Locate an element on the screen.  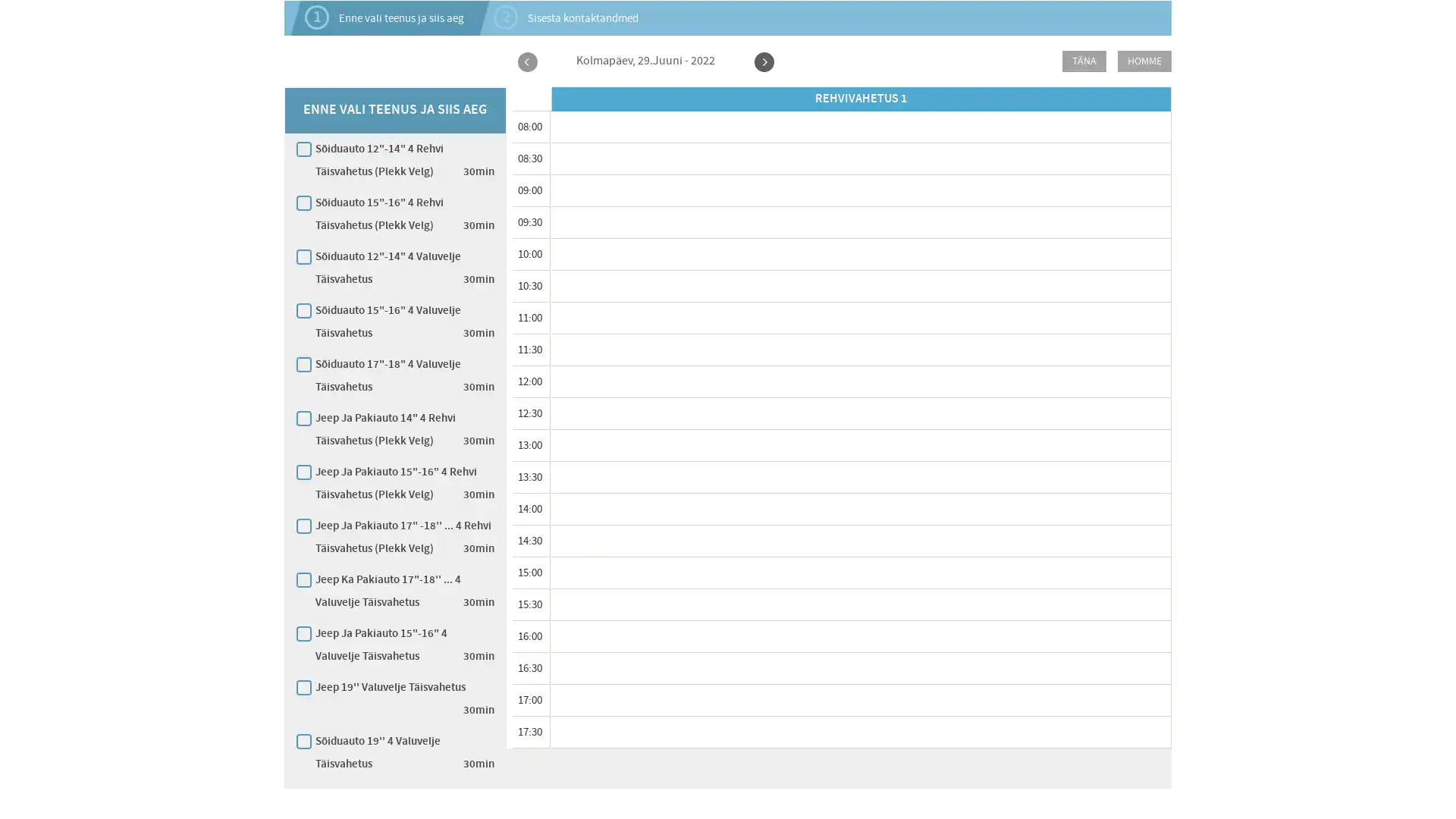
HOMME is located at coordinates (1144, 61).